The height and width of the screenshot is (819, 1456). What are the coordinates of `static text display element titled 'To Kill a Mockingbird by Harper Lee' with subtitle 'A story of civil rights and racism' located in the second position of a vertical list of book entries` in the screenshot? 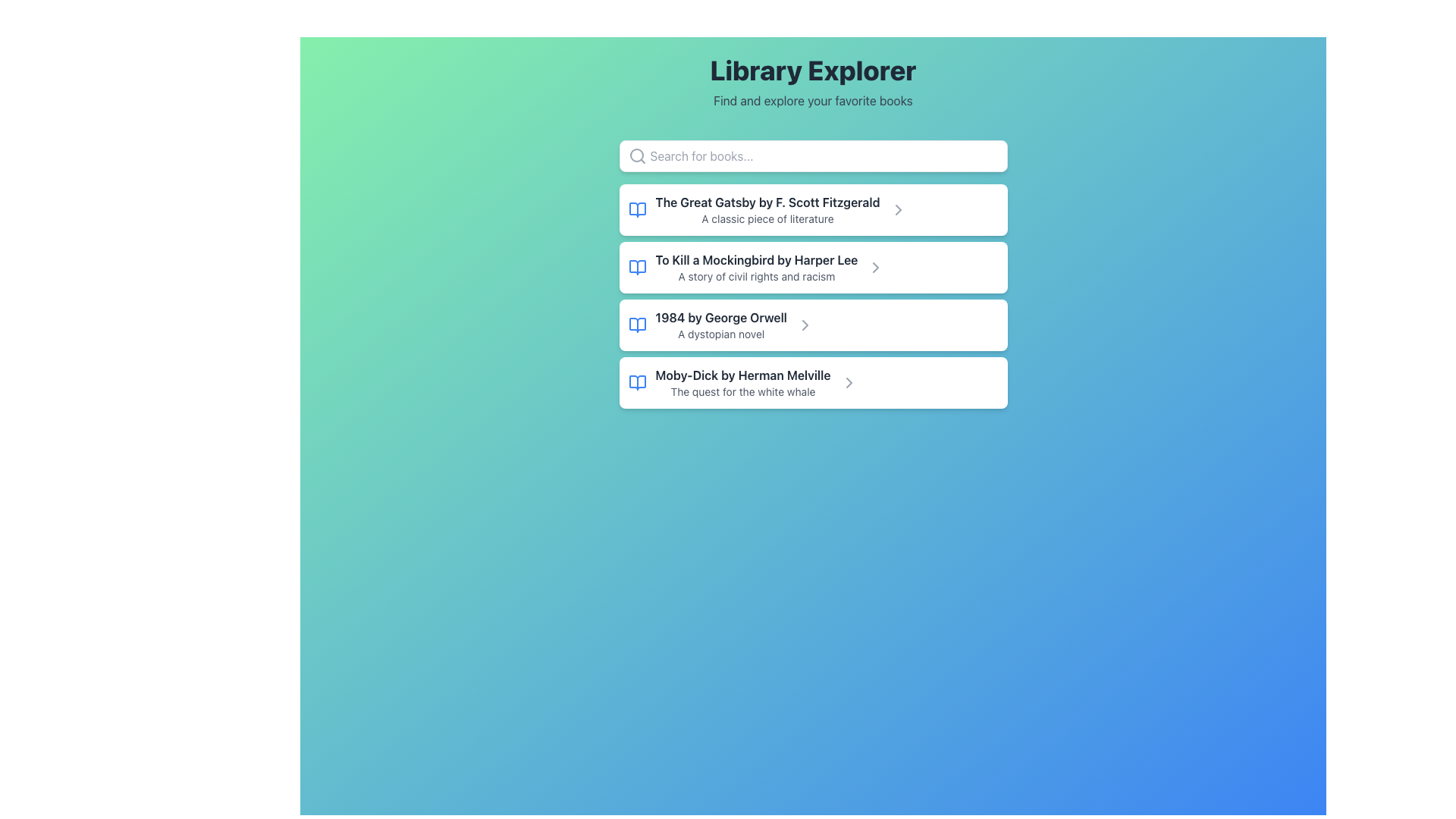 It's located at (756, 267).